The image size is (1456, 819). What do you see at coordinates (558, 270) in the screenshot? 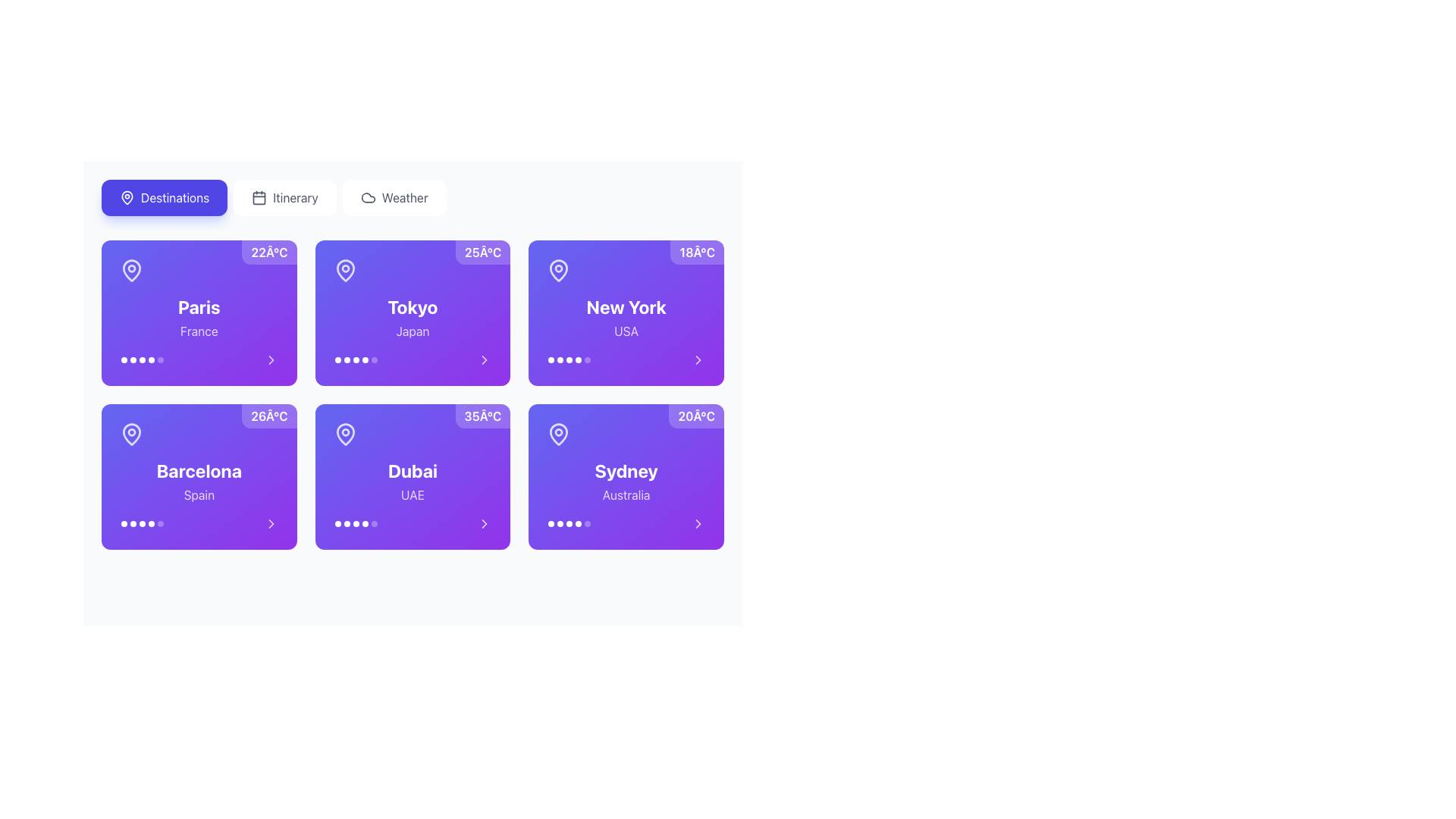
I see `icon indicating the location entity for the 'New York' card, which is located in the top row, third column of the grid layout, near the title text area` at bounding box center [558, 270].